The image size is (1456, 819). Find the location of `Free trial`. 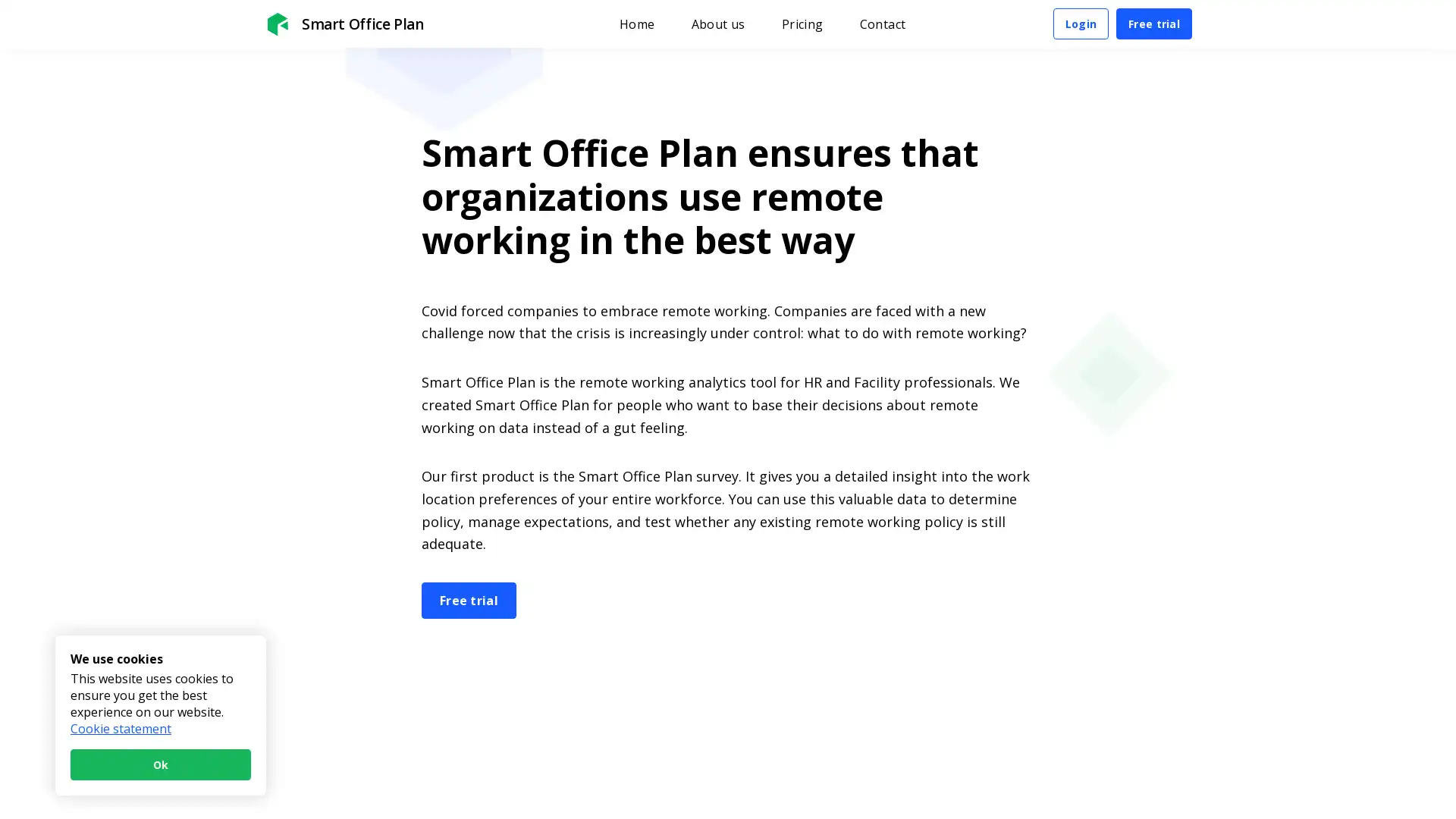

Free trial is located at coordinates (1153, 24).